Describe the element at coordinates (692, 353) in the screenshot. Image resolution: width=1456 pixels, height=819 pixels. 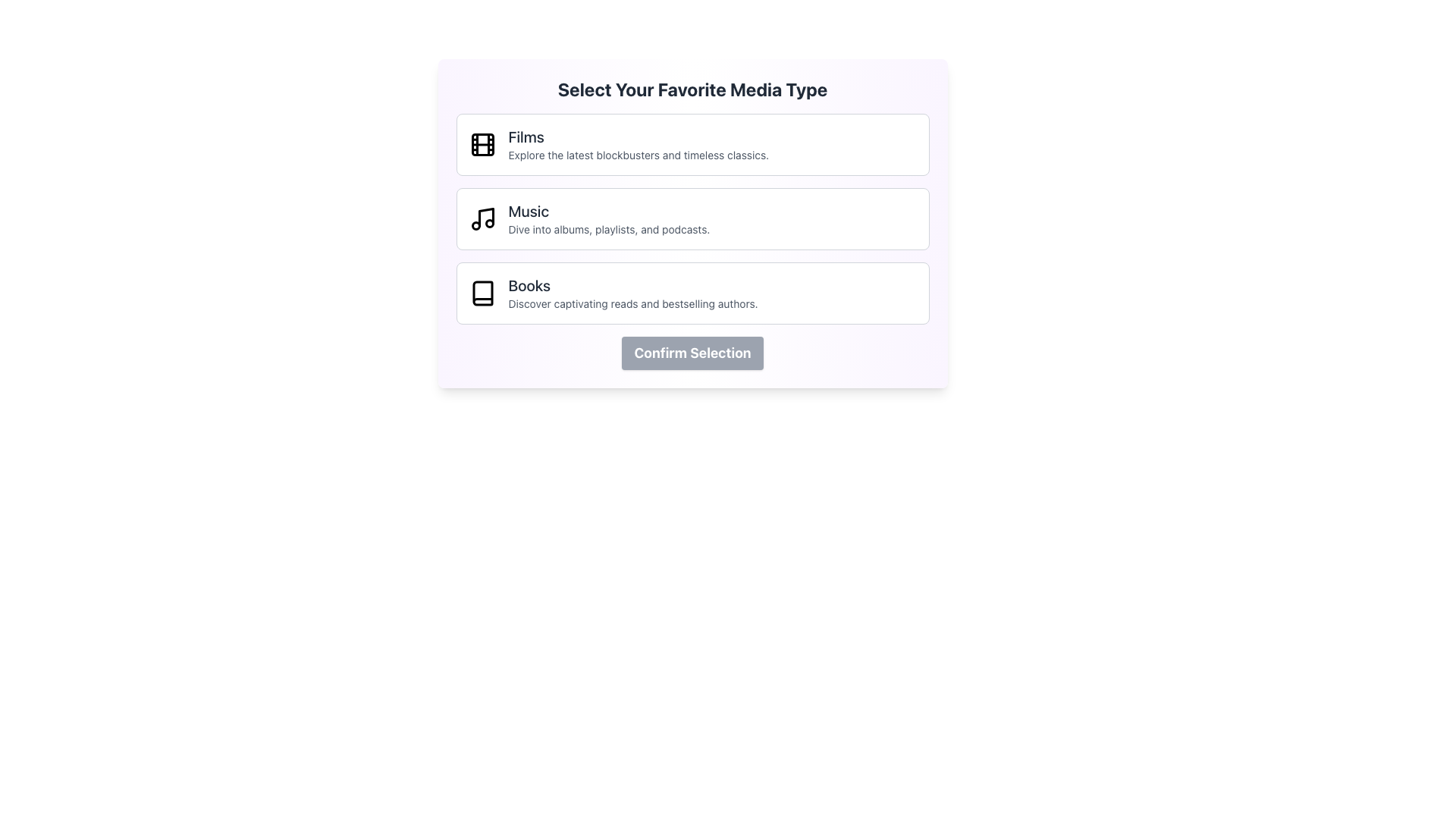
I see `the confirmation button located at the bottom-center of the 'Select Your Favorite Media Type' section` at that location.